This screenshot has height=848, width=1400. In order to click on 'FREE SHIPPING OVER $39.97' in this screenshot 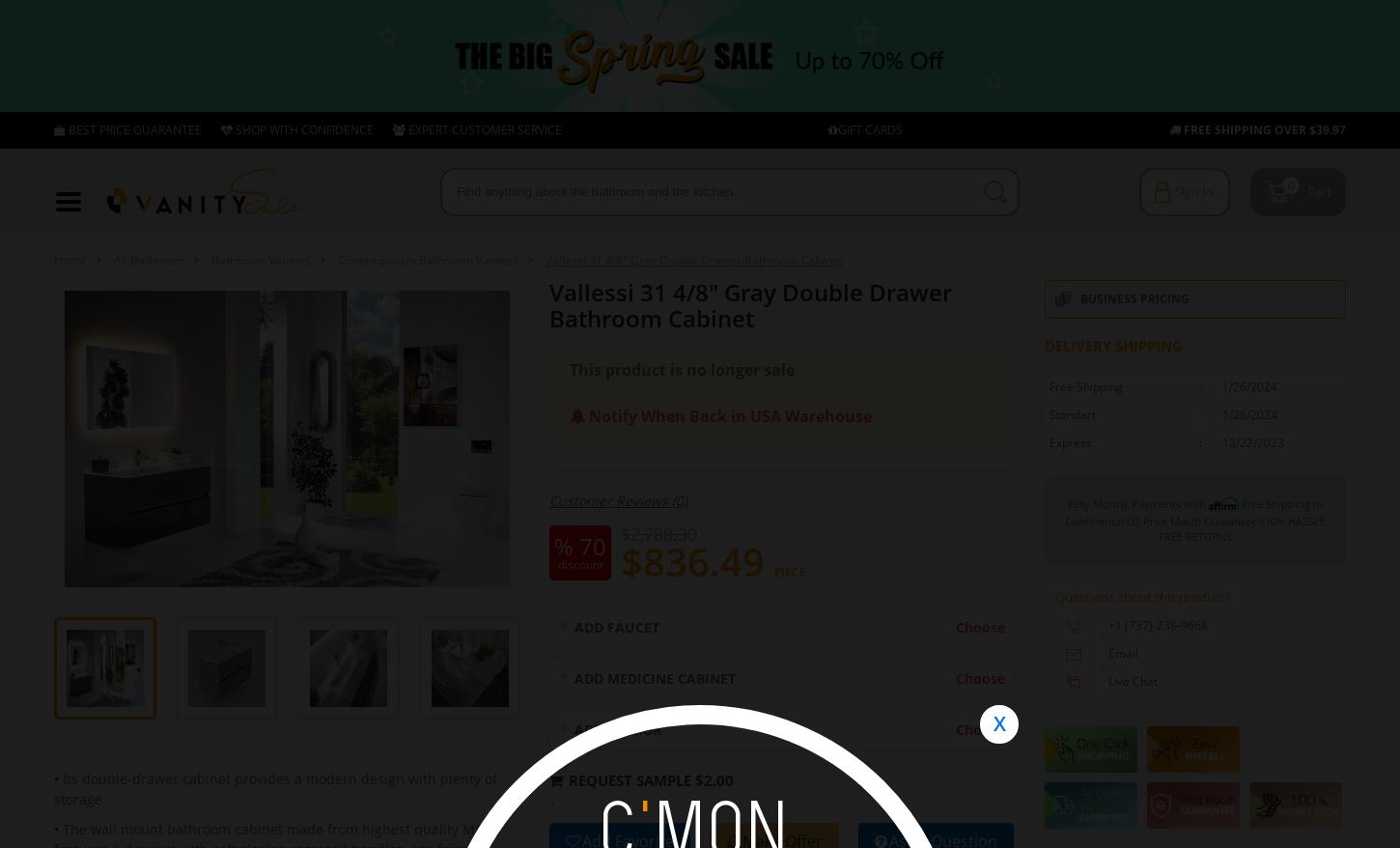, I will do `click(1263, 128)`.